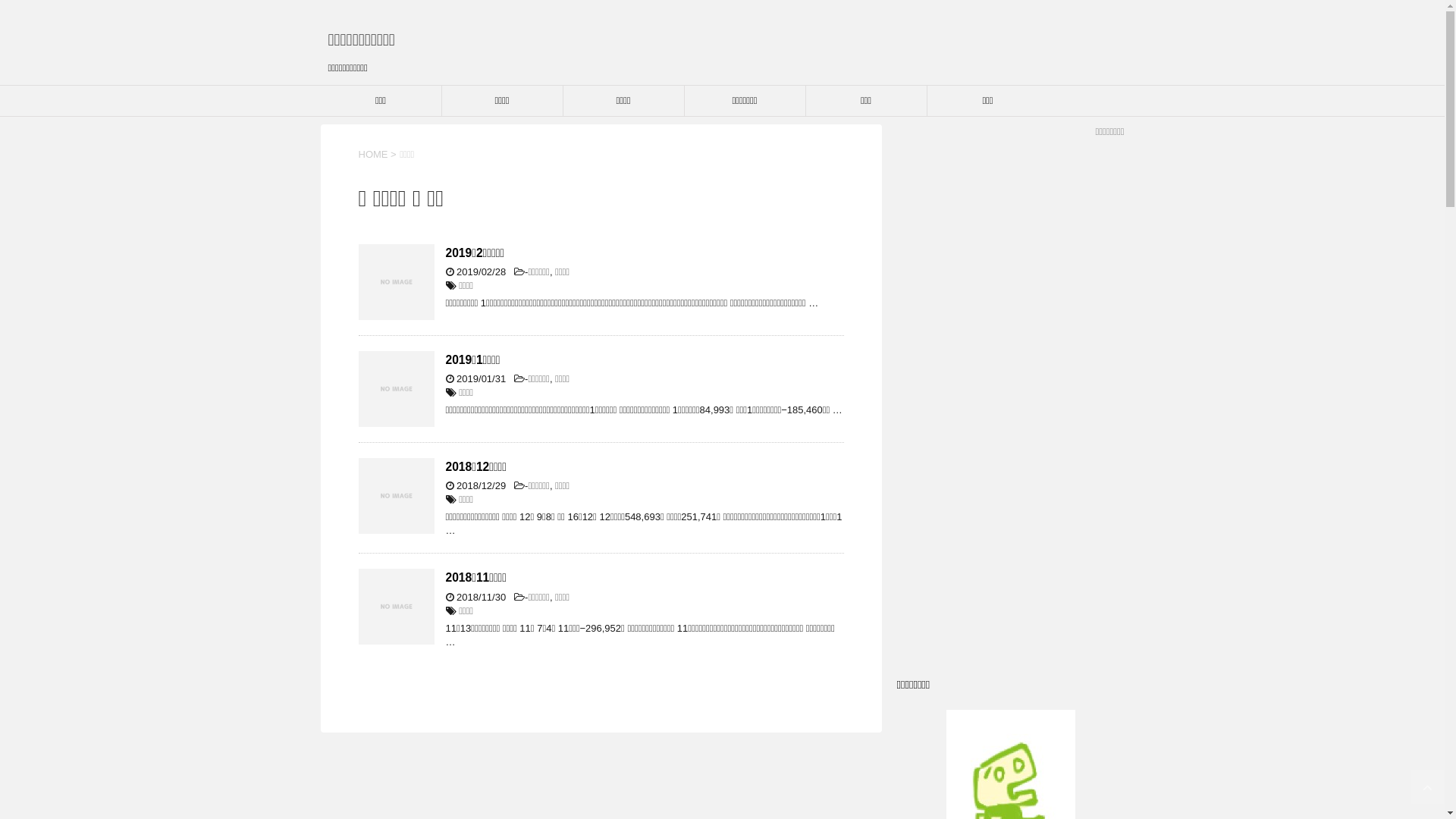 This screenshot has height=819, width=1456. Describe the element at coordinates (396, 388) in the screenshot. I see `'no image'` at that location.